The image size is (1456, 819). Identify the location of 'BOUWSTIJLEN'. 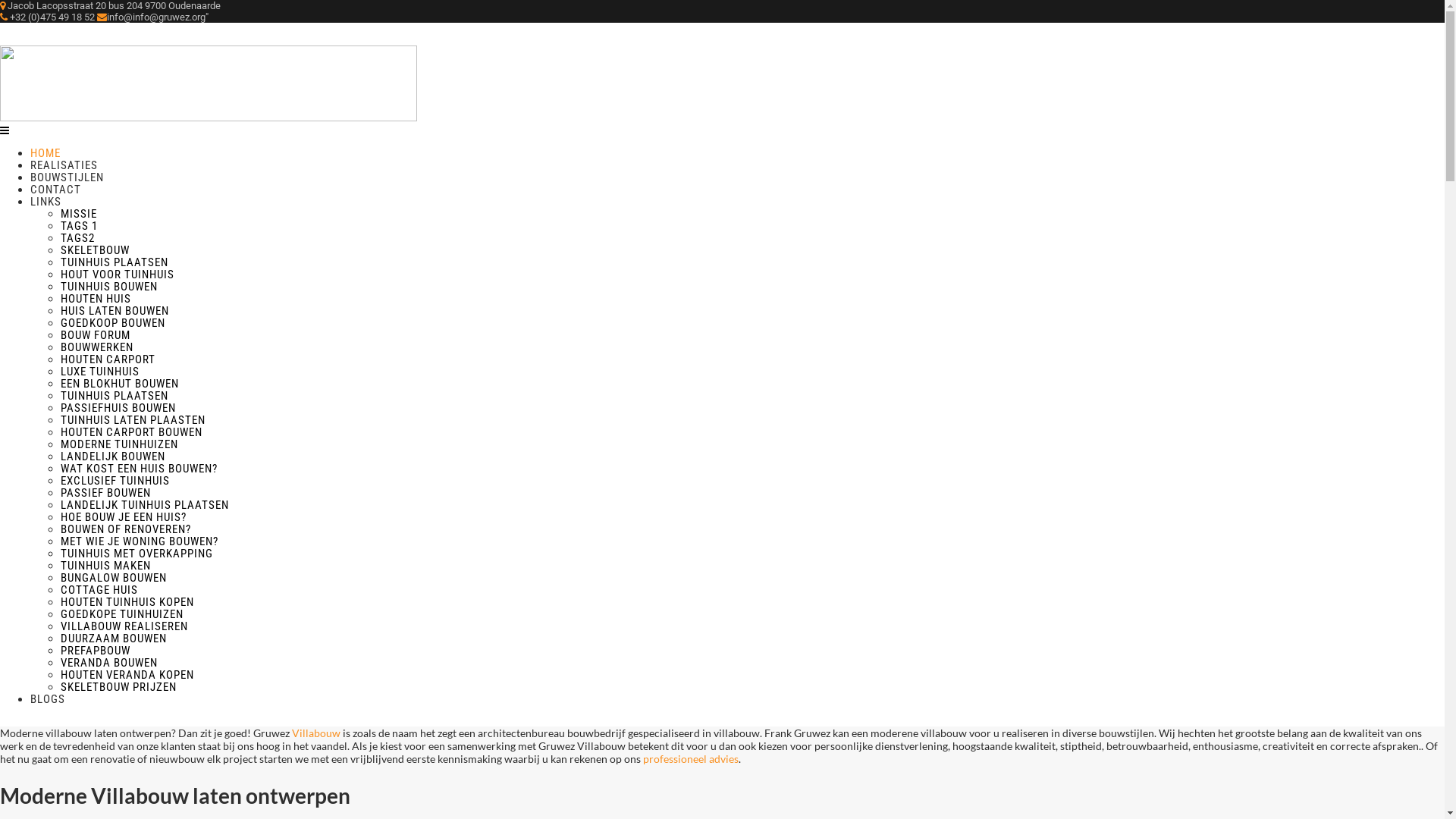
(66, 177).